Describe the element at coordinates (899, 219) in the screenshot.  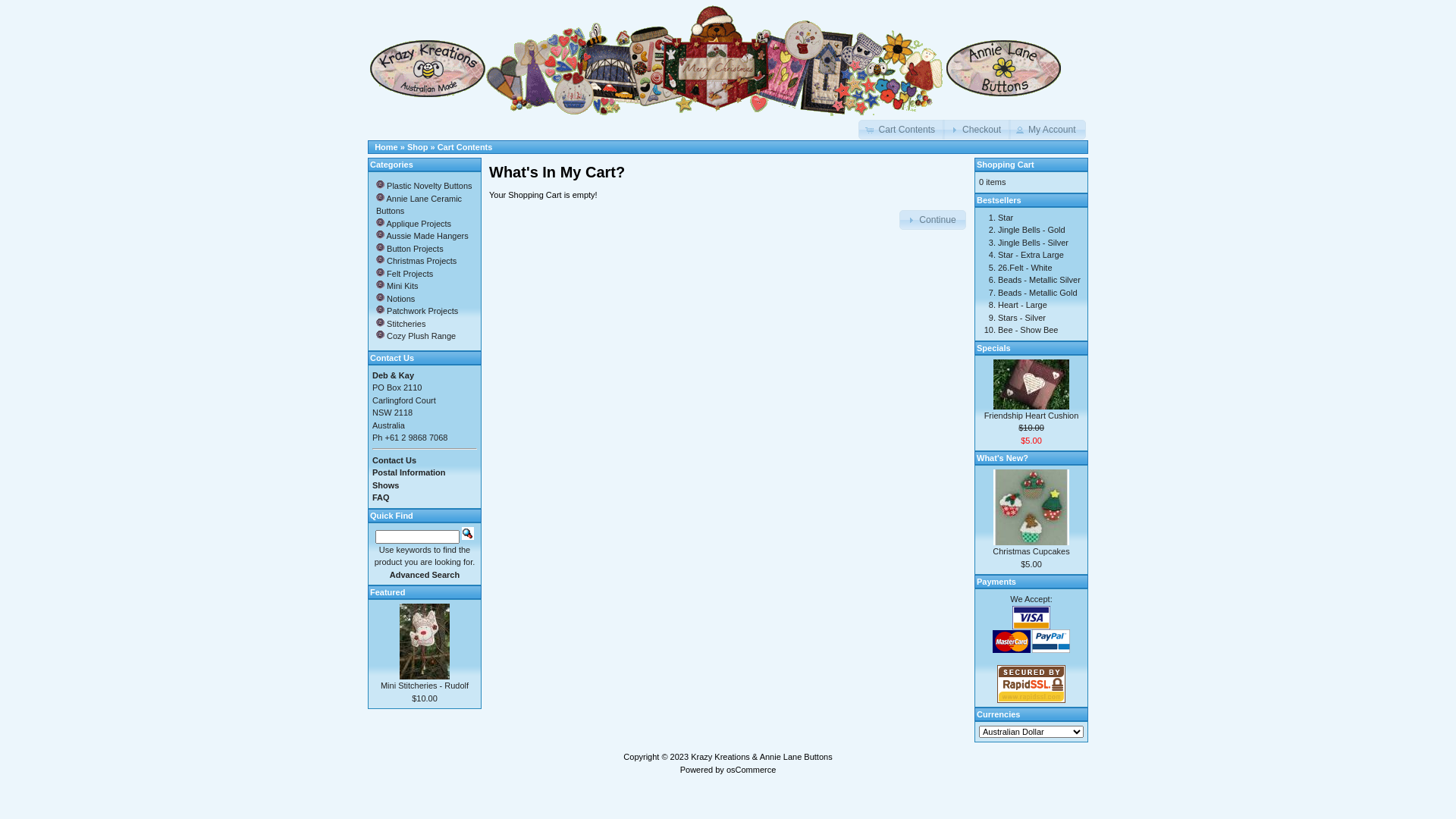
I see `'Continue'` at that location.